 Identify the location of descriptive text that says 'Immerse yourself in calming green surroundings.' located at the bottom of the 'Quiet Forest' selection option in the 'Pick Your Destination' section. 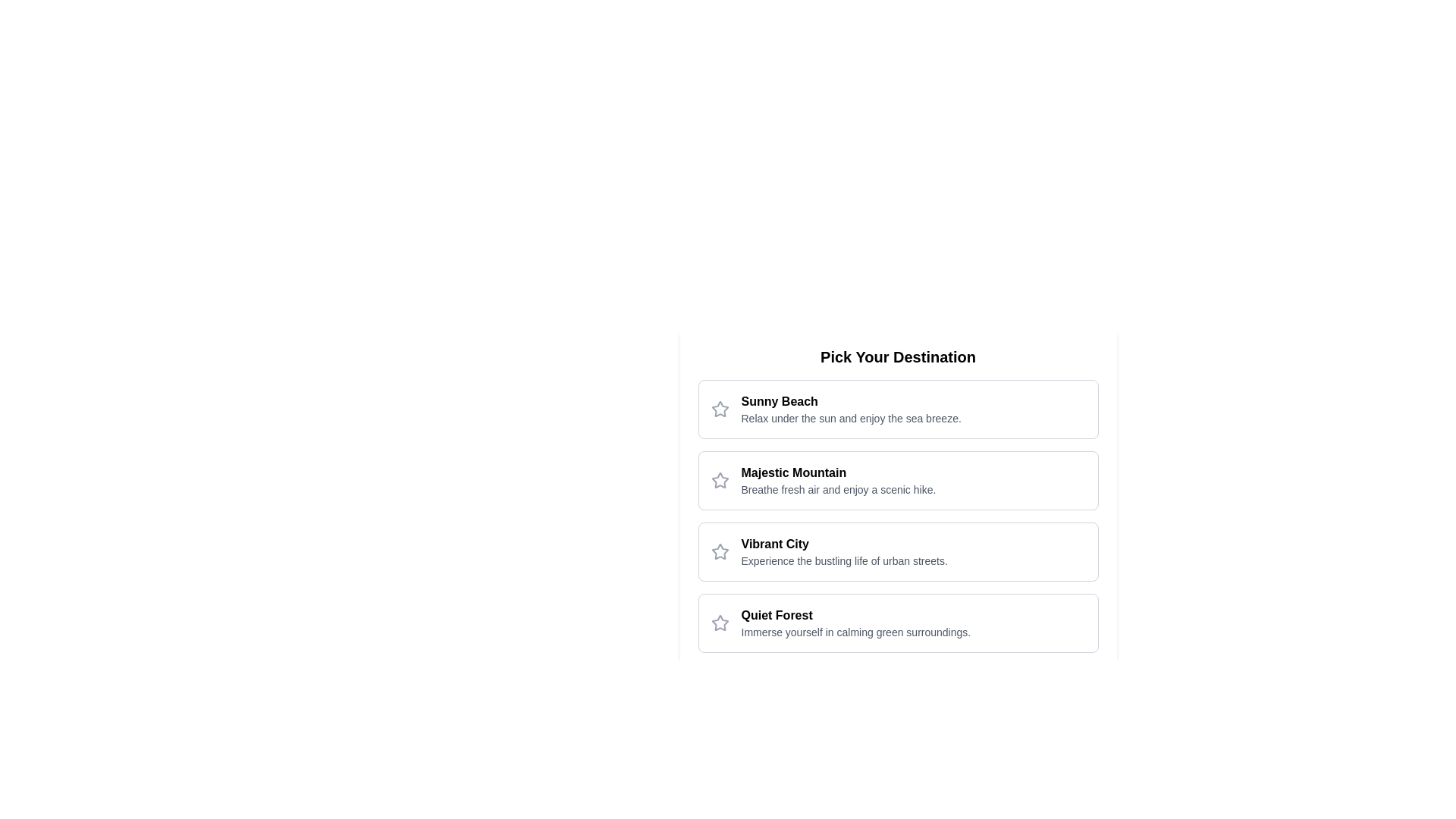
(855, 632).